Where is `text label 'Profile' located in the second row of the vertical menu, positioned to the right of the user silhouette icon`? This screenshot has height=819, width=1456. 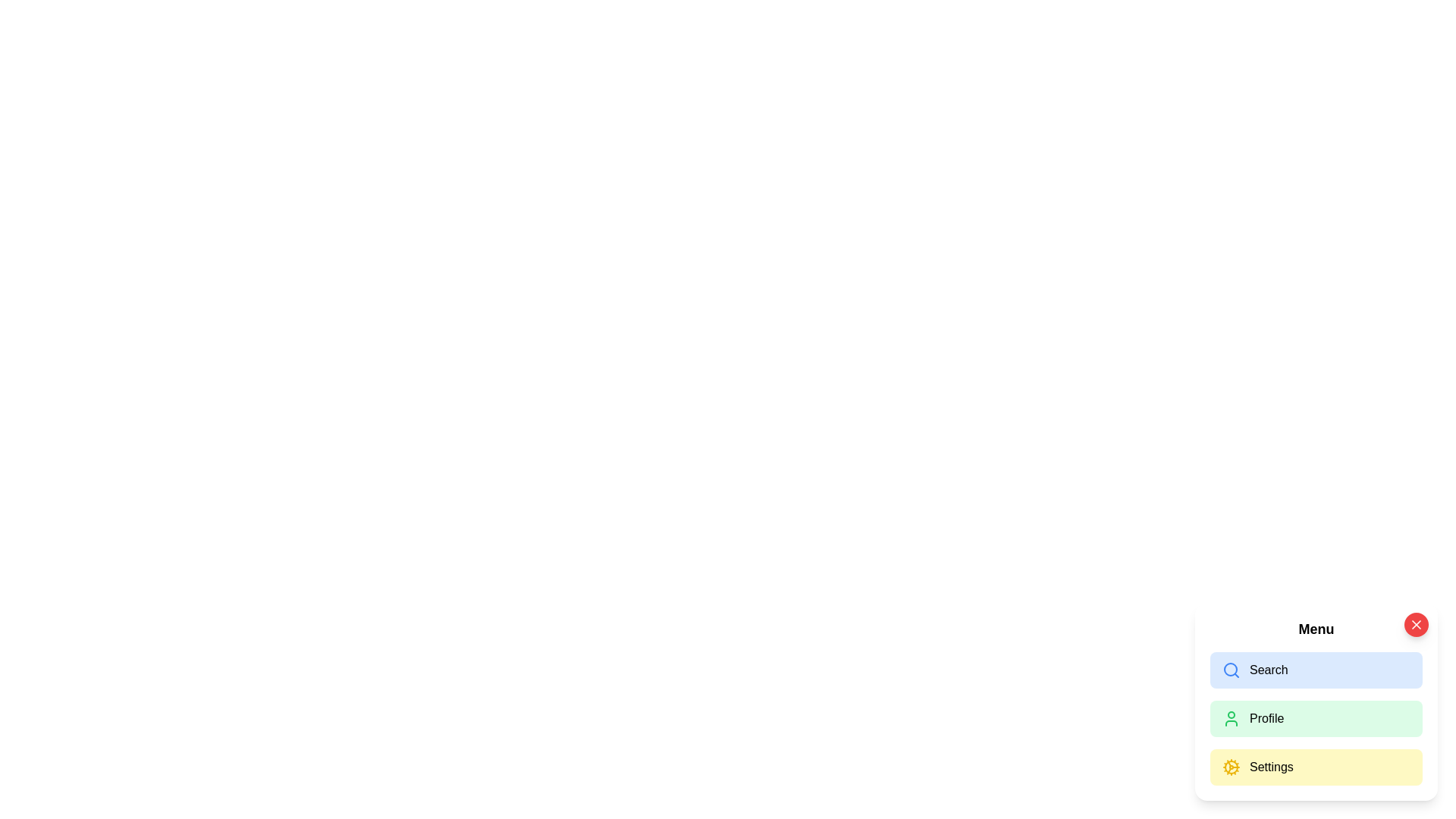
text label 'Profile' located in the second row of the vertical menu, positioned to the right of the user silhouette icon is located at coordinates (1266, 718).